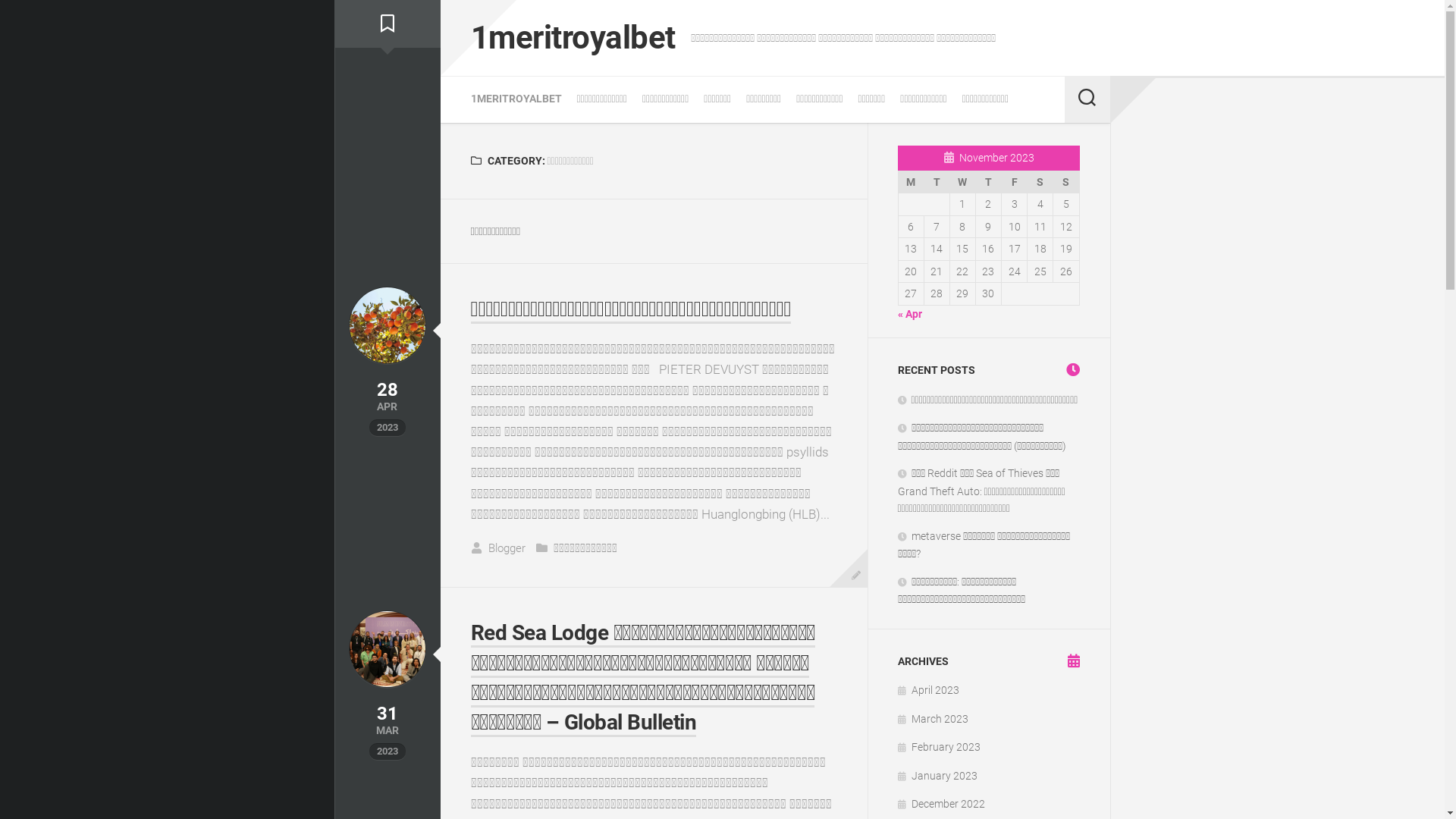 This screenshot has width=1456, height=819. I want to click on 'December 2022', so click(940, 803).